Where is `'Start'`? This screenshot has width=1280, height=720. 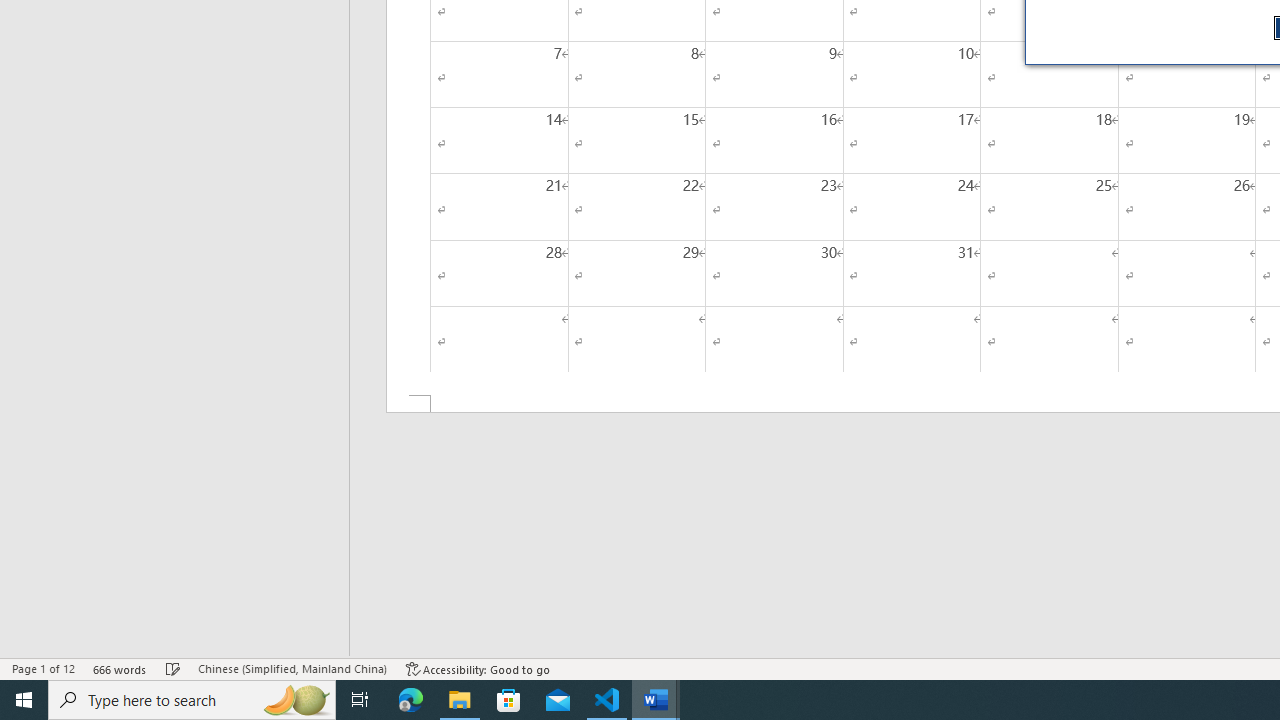 'Start' is located at coordinates (24, 698).